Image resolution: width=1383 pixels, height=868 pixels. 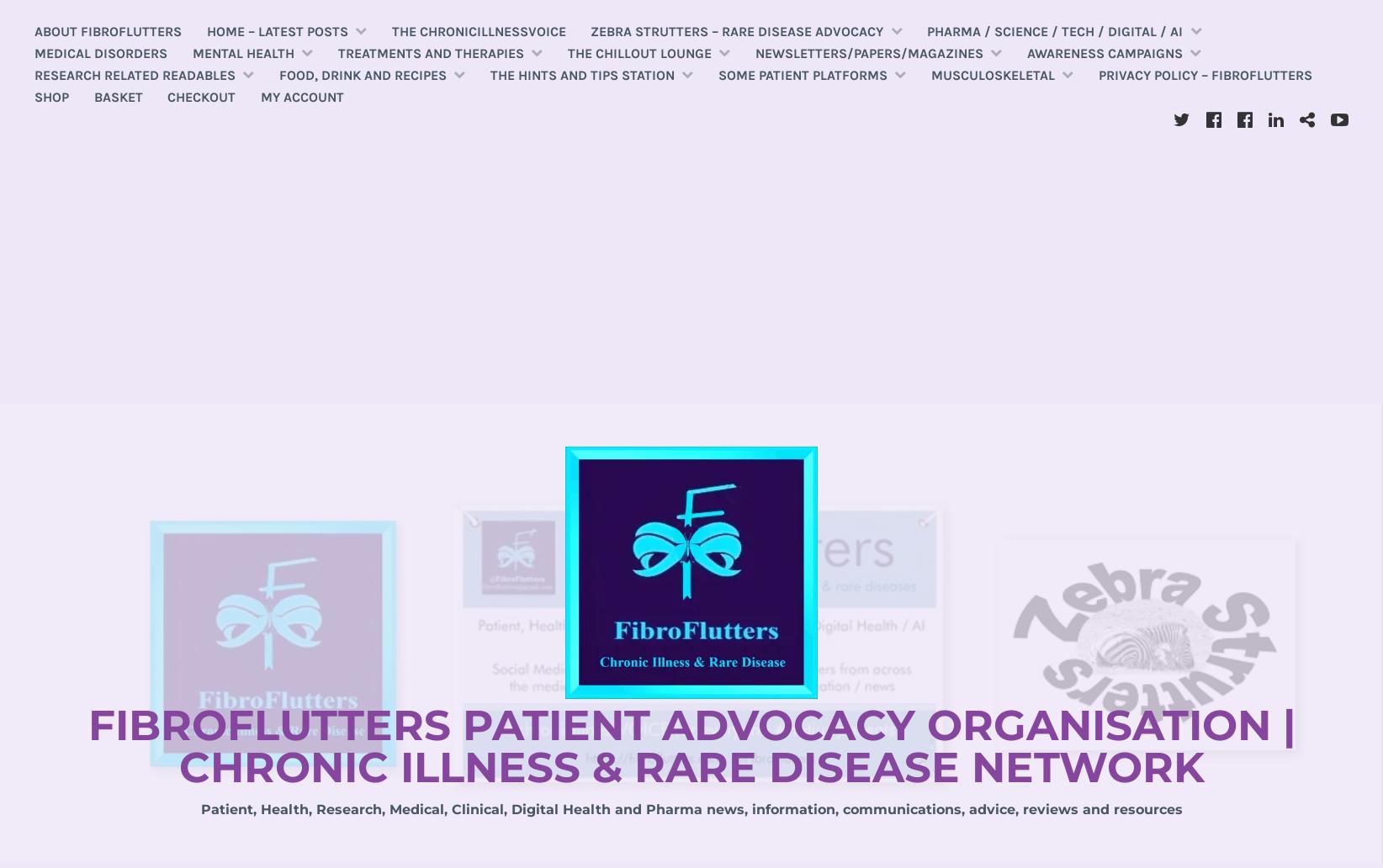 I want to click on 'Checkout', so click(x=201, y=96).